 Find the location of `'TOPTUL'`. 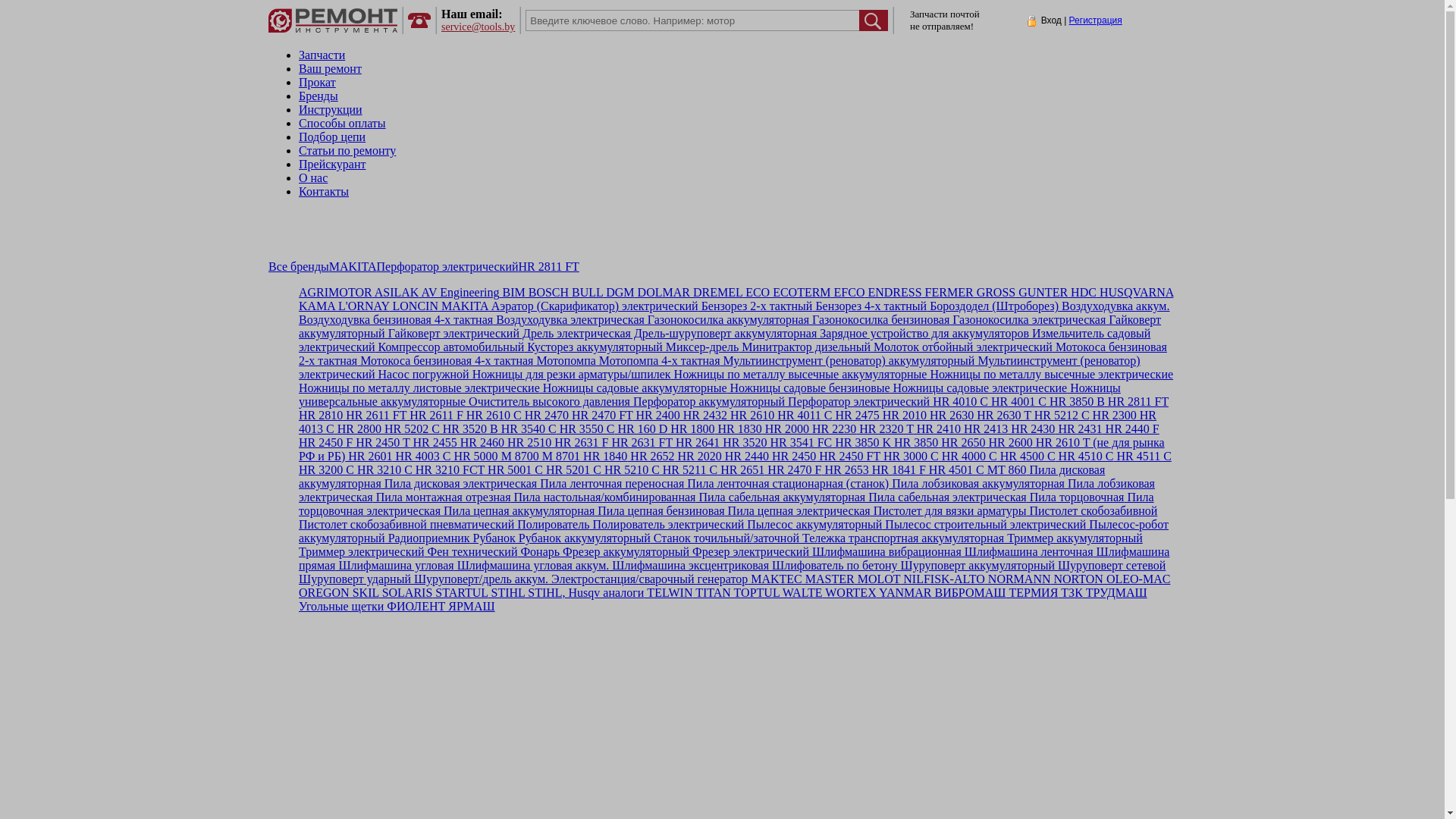

'TOPTUL' is located at coordinates (755, 591).